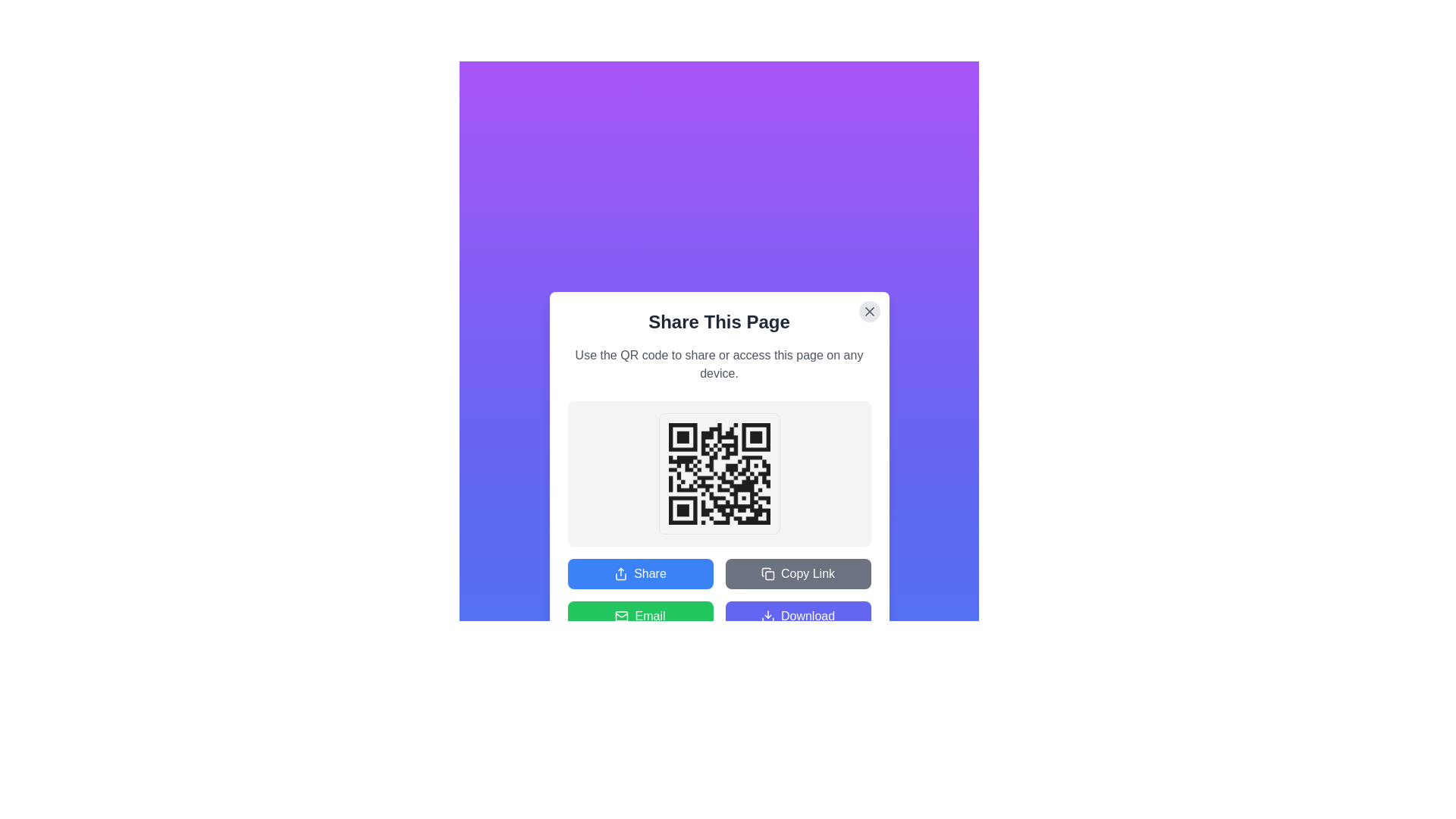 The image size is (1456, 819). Describe the element at coordinates (718, 321) in the screenshot. I see `the header text 'Share This Page' which is displayed in a bold, large font and centrally aligned within the dialog box` at that location.